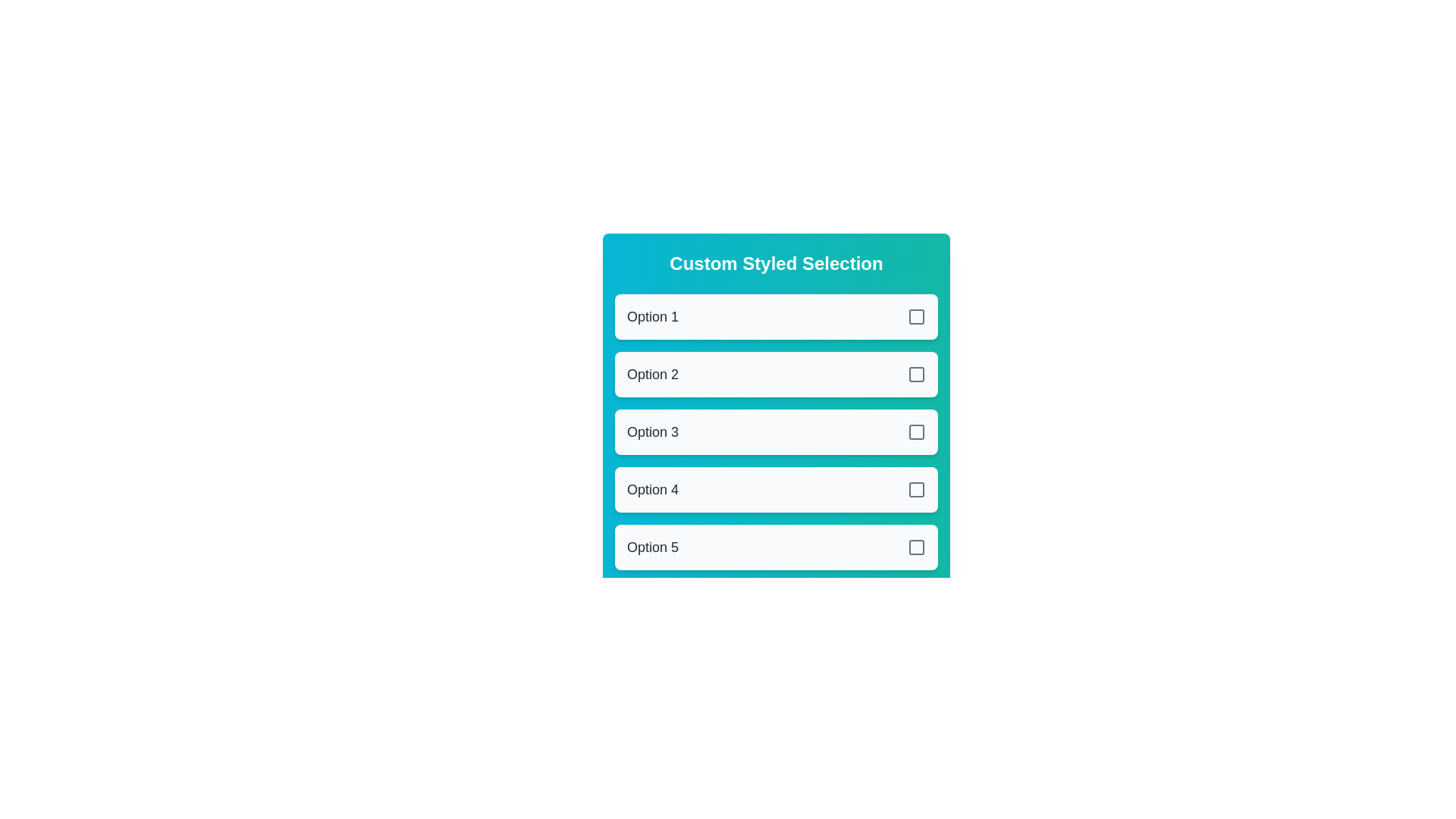  Describe the element at coordinates (776, 489) in the screenshot. I see `the option 4 from the list` at that location.